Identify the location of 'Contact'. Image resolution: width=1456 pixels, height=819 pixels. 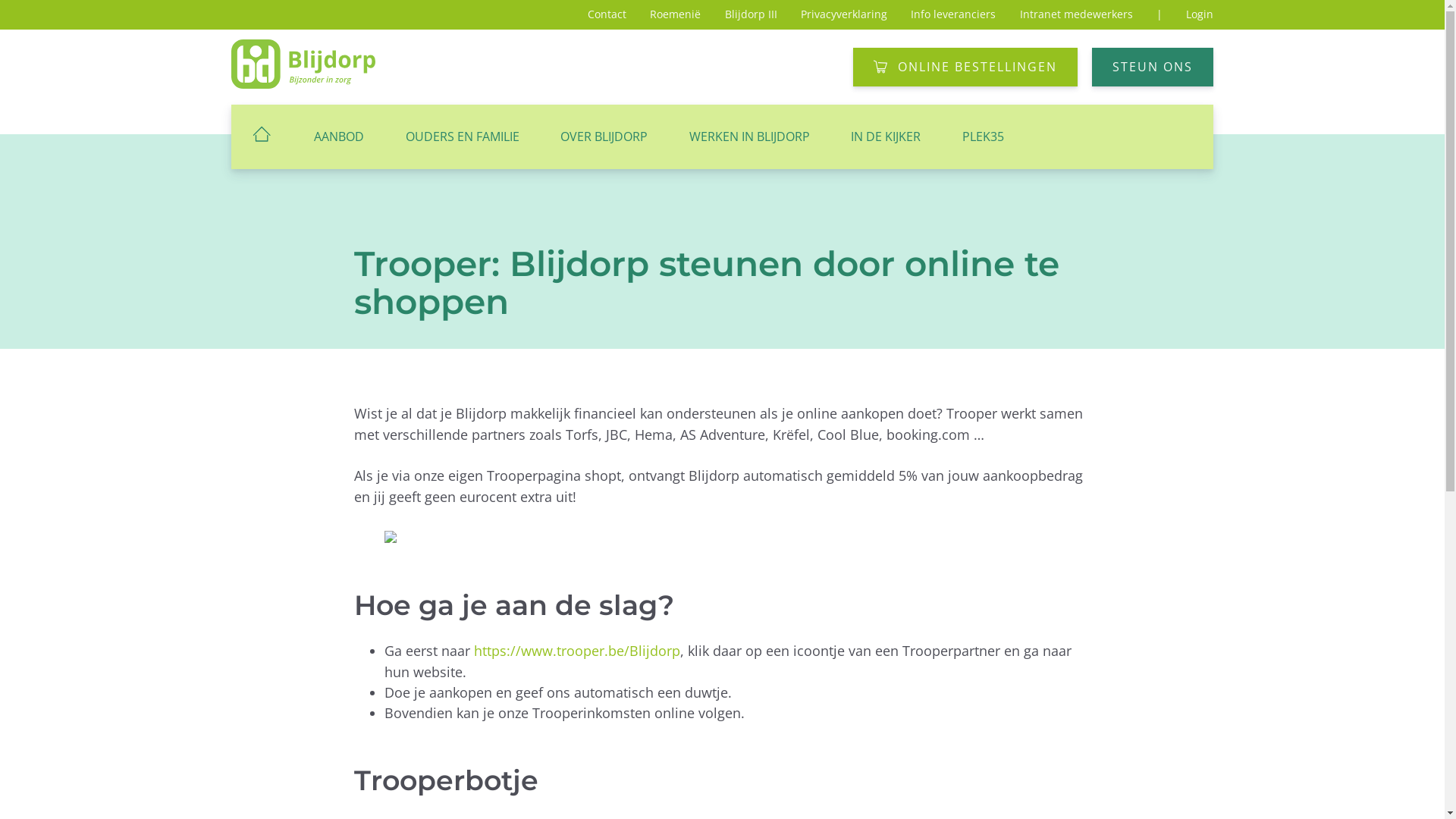
(607, 14).